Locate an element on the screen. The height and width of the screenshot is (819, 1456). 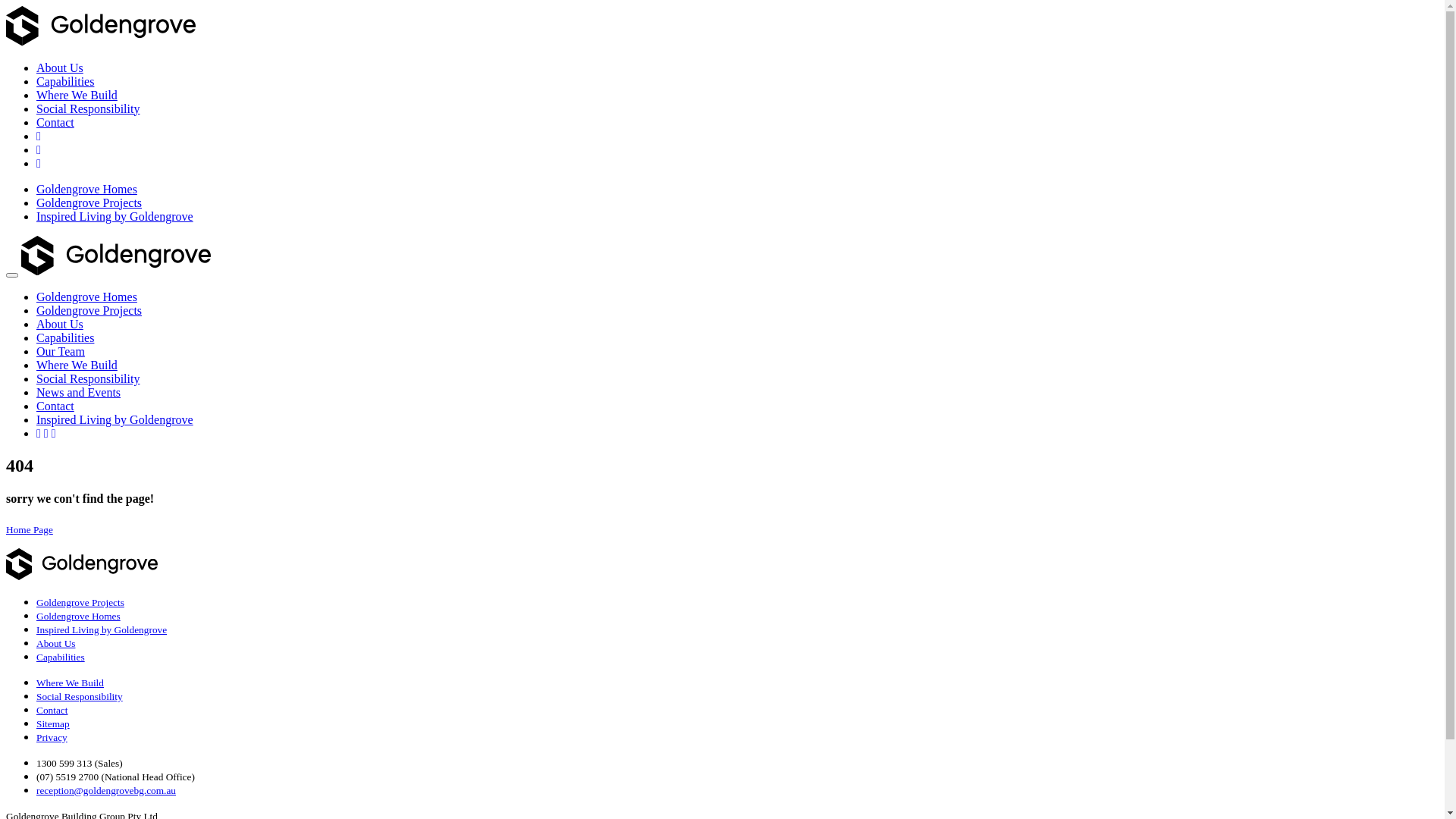
'Sitemap' is located at coordinates (53, 722).